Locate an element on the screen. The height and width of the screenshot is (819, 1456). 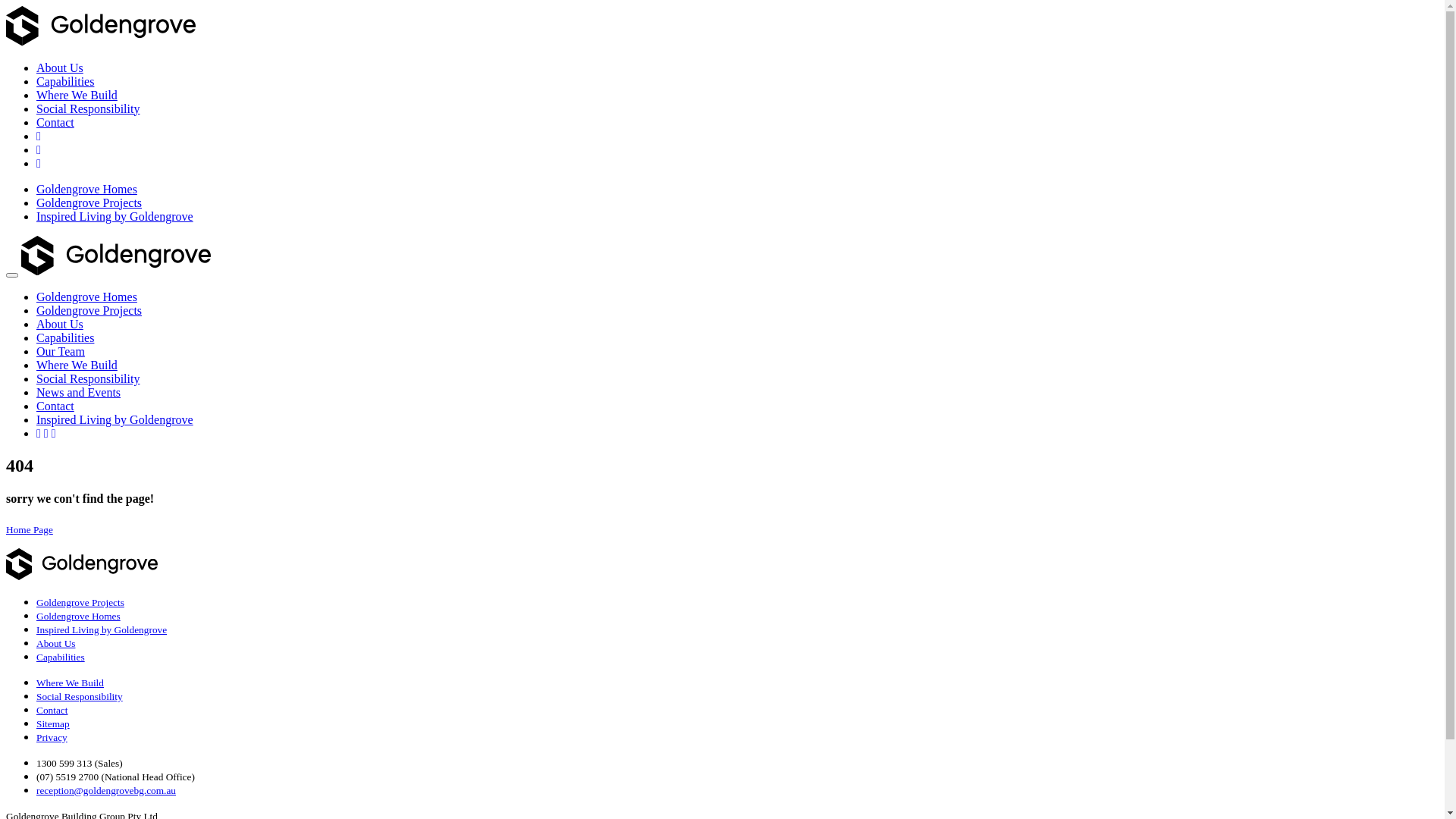
'Sitemap' is located at coordinates (53, 722).